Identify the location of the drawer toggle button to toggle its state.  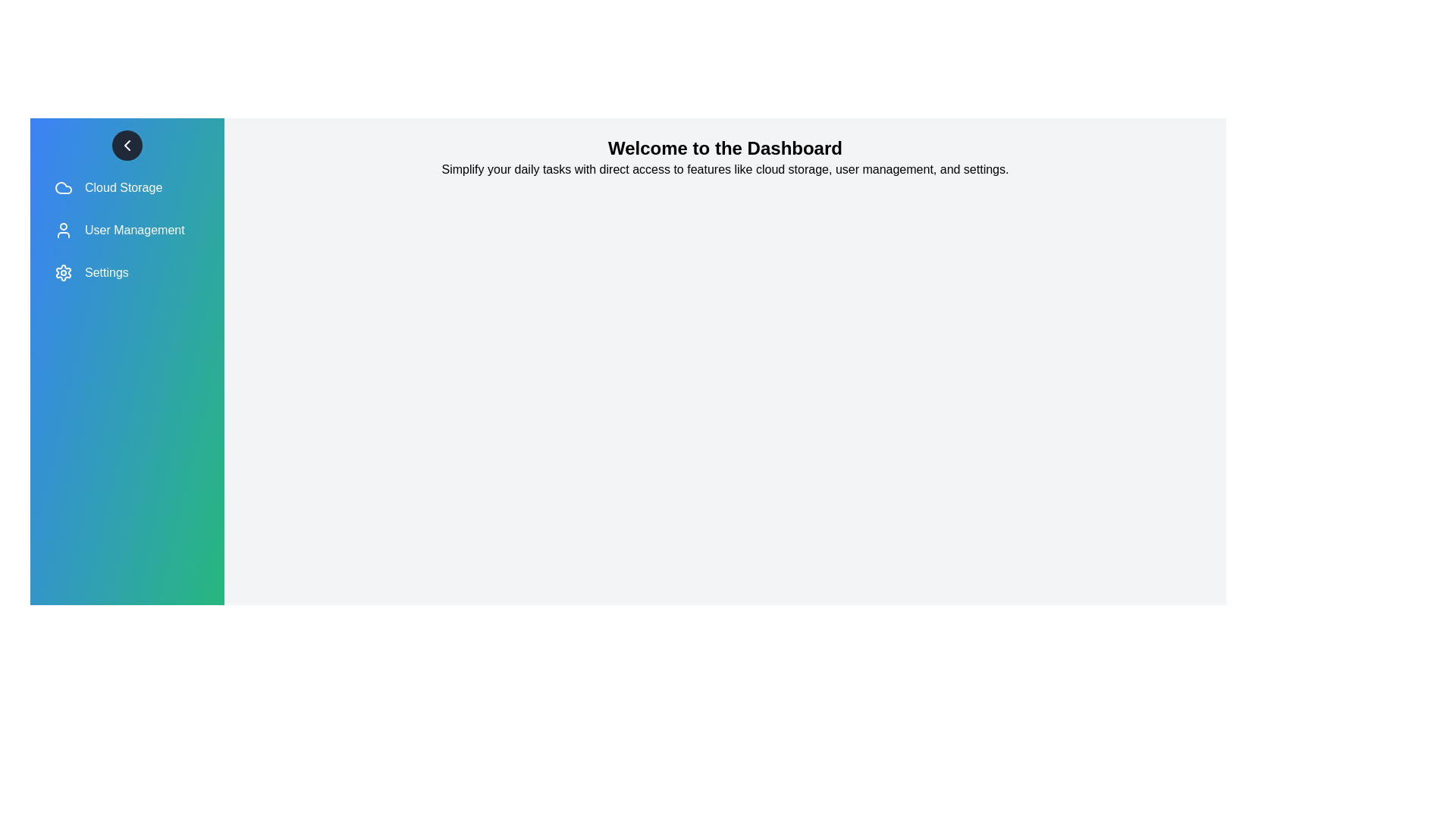
(127, 146).